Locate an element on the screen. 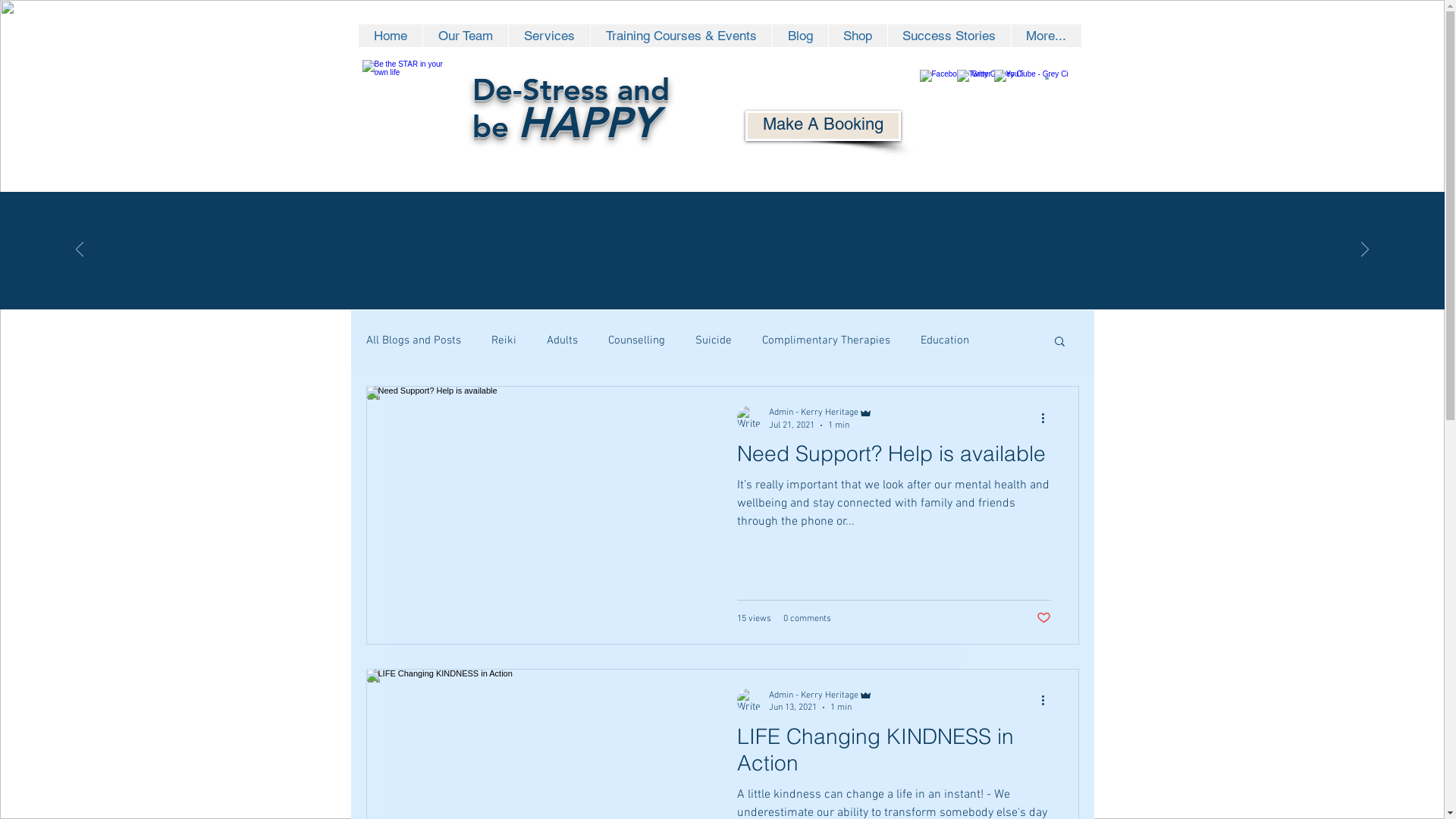 The image size is (1456, 819). 'All Blogs and Posts' is located at coordinates (413, 339).